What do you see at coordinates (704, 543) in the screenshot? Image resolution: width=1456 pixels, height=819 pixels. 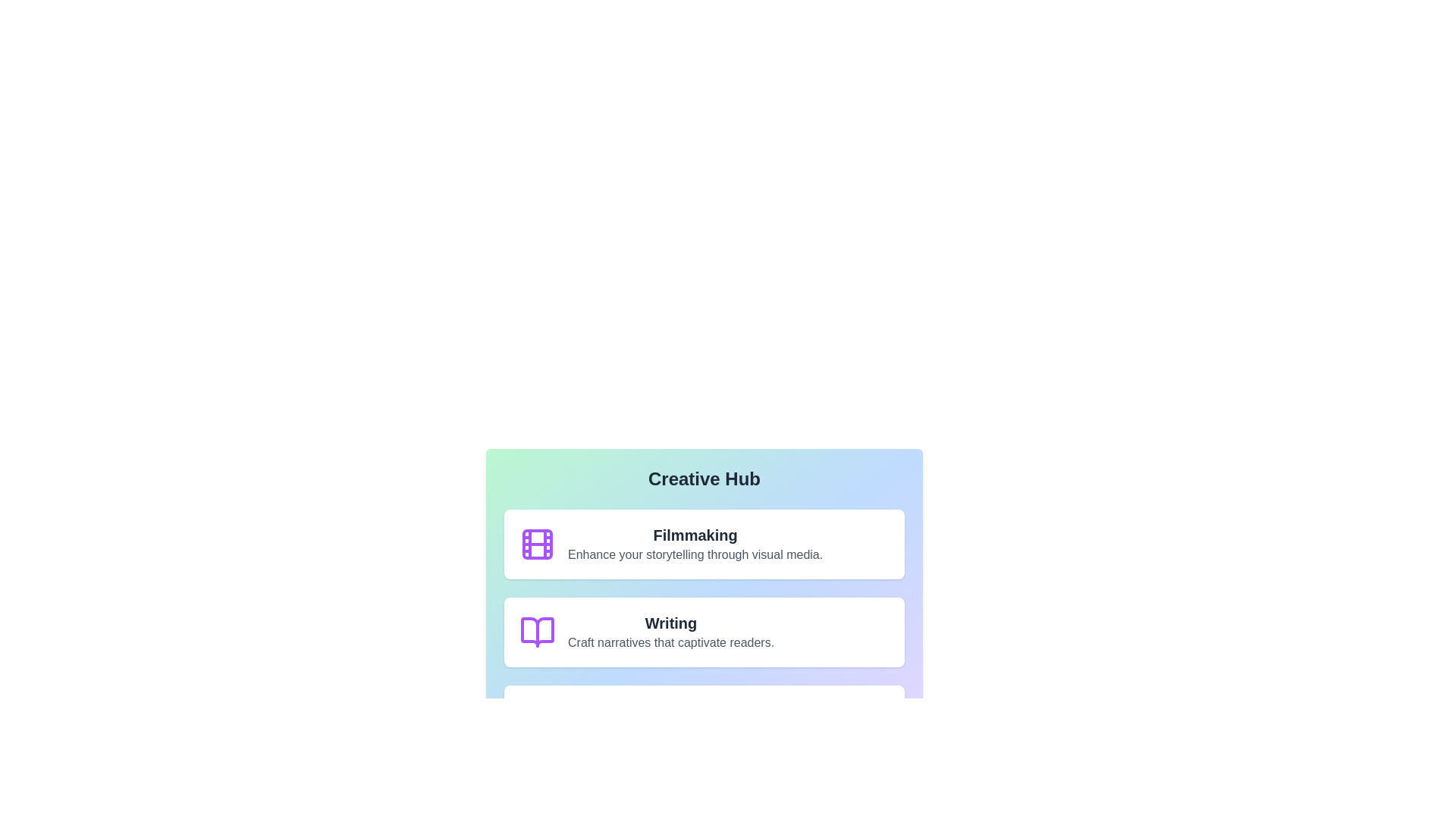 I see `the list item corresponding to Filmmaking` at bounding box center [704, 543].